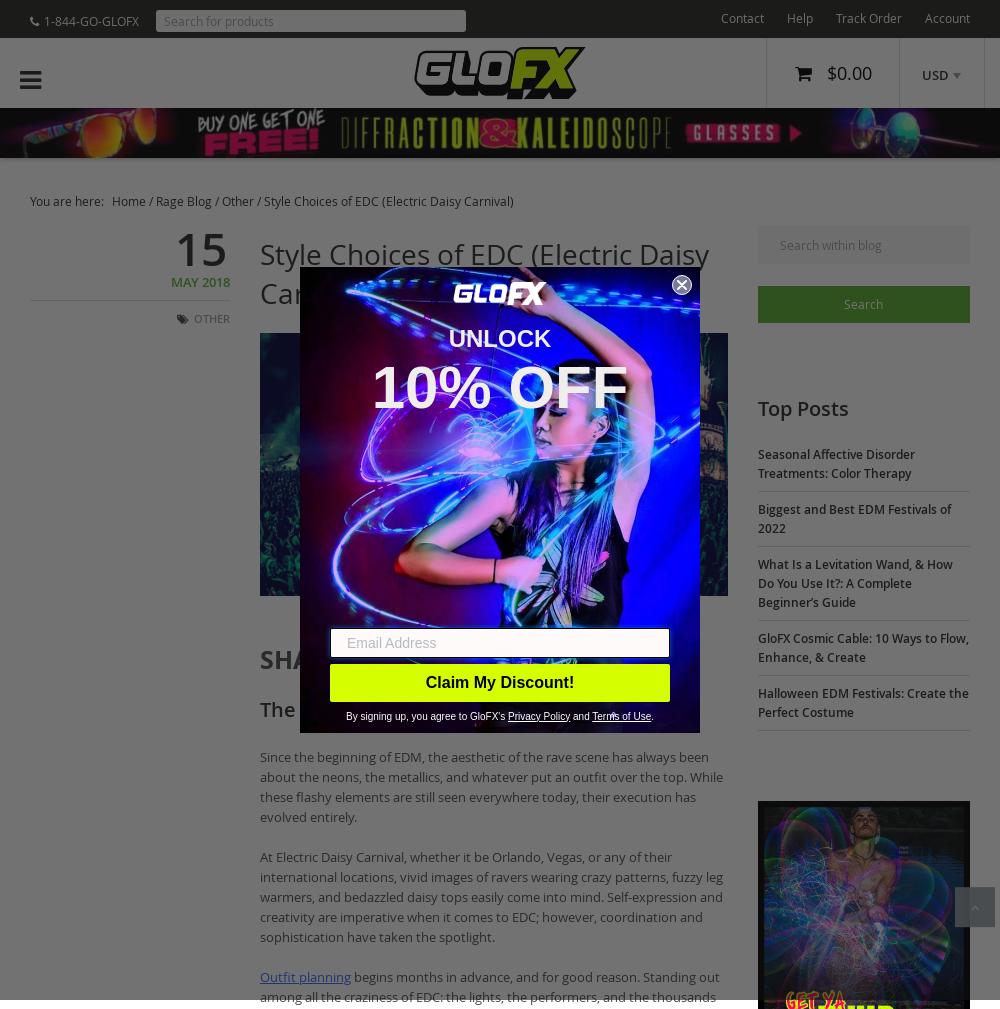 Image resolution: width=1000 pixels, height=1009 pixels. Describe the element at coordinates (305, 976) in the screenshot. I see `'Outfit planning'` at that location.